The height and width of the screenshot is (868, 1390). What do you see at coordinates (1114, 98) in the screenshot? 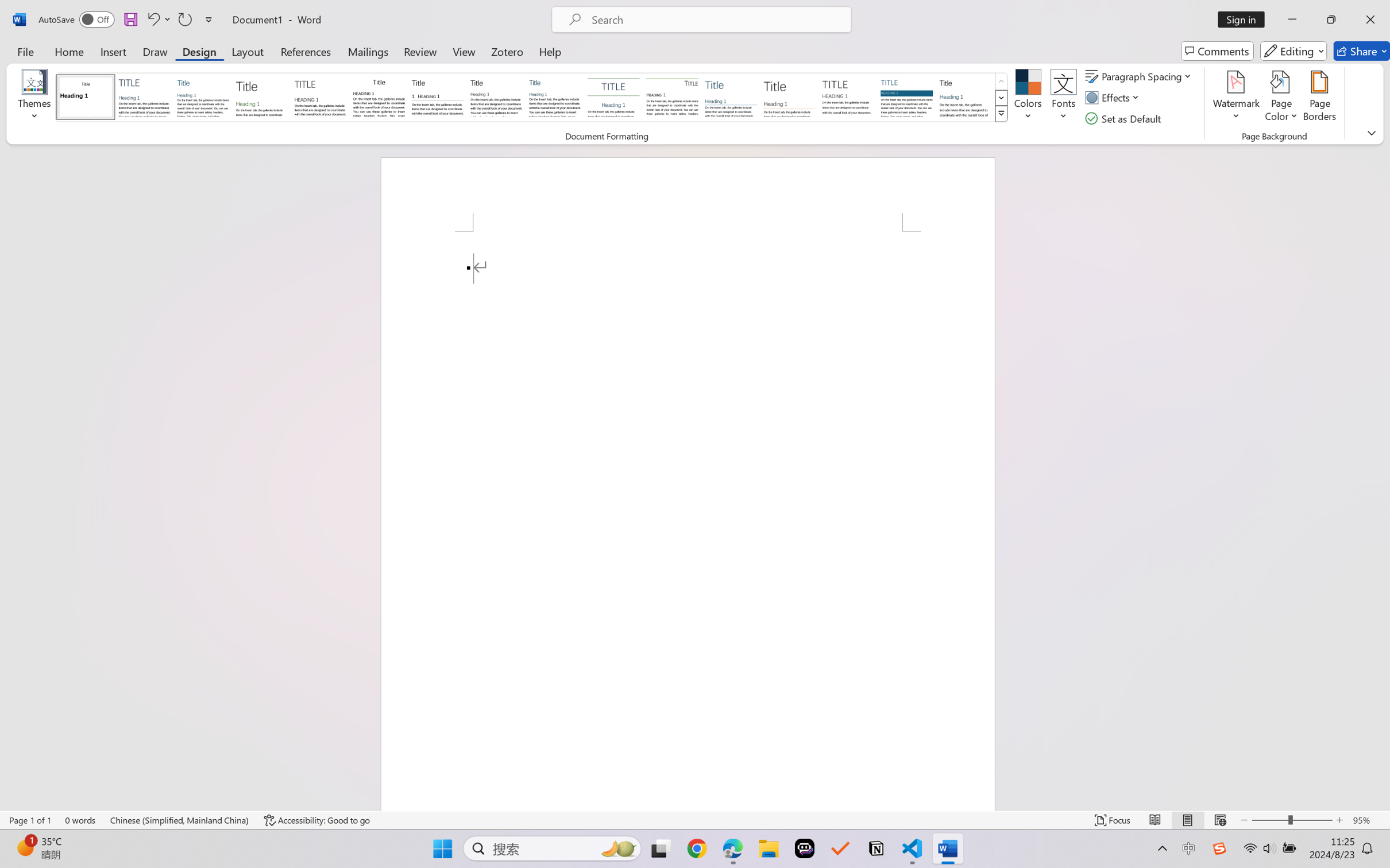
I see `'Effects'` at bounding box center [1114, 98].